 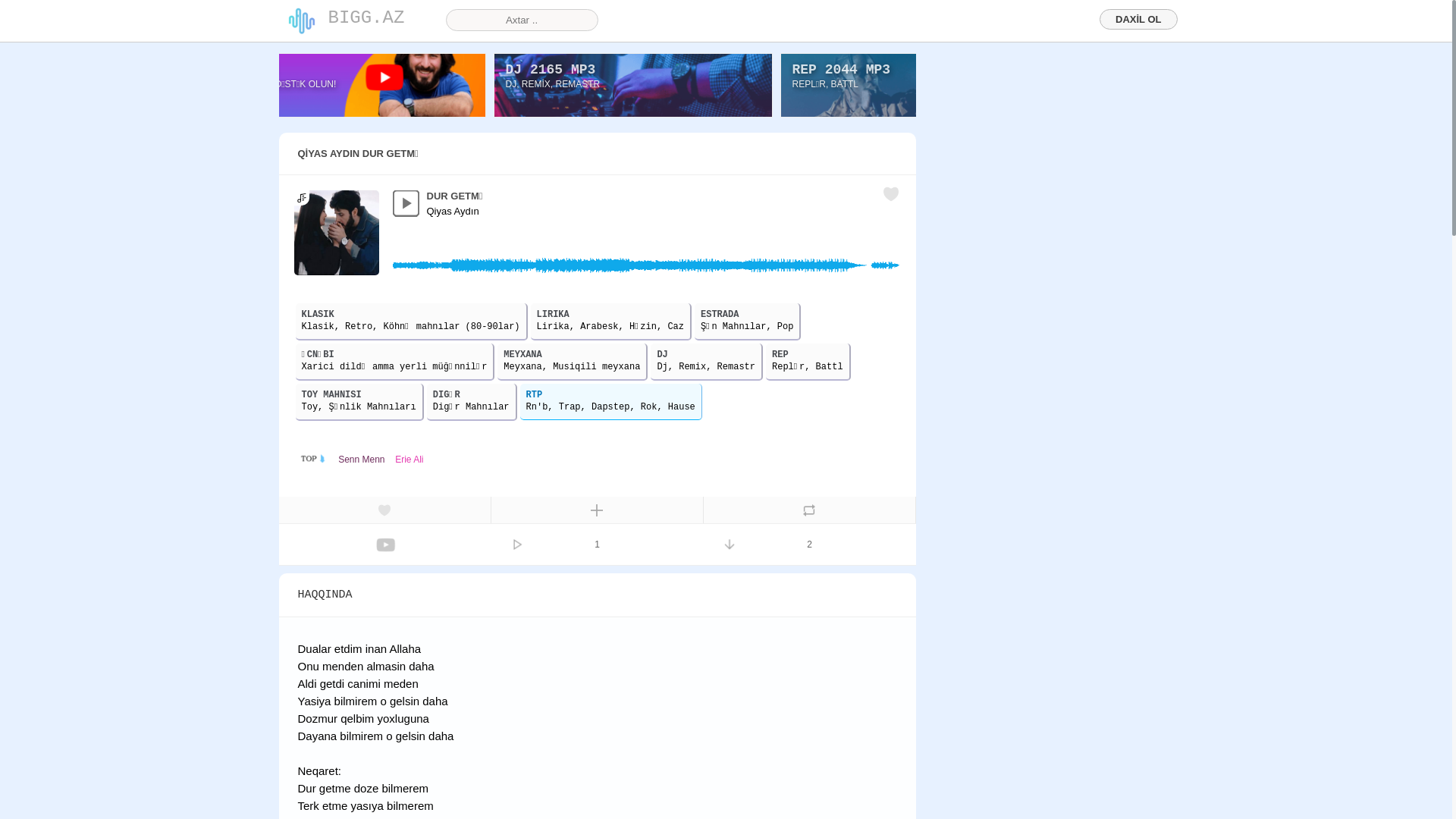 I want to click on '1', so click(x=596, y=543).